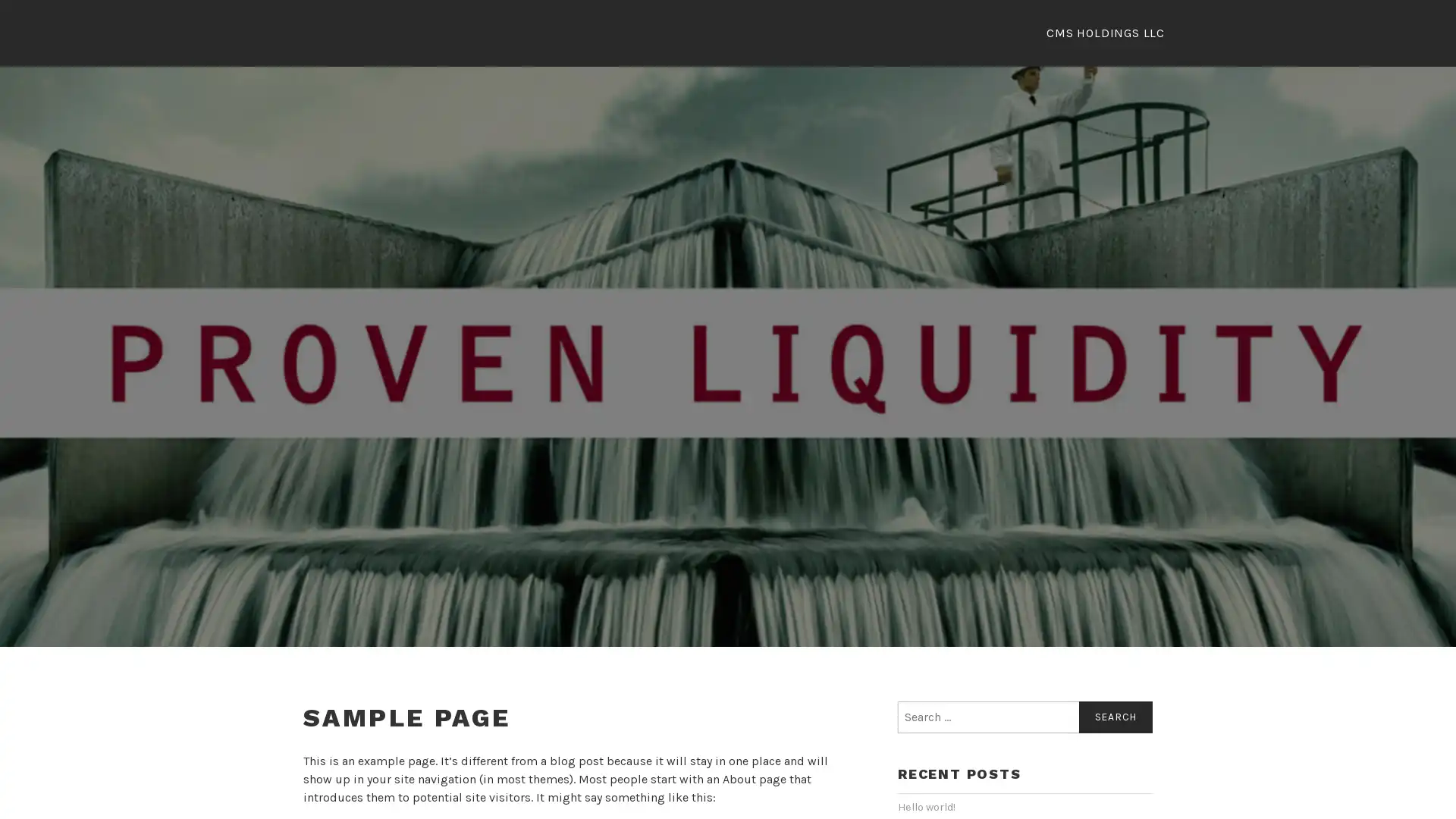 The image size is (1456, 819). What do you see at coordinates (1115, 718) in the screenshot?
I see `Search` at bounding box center [1115, 718].